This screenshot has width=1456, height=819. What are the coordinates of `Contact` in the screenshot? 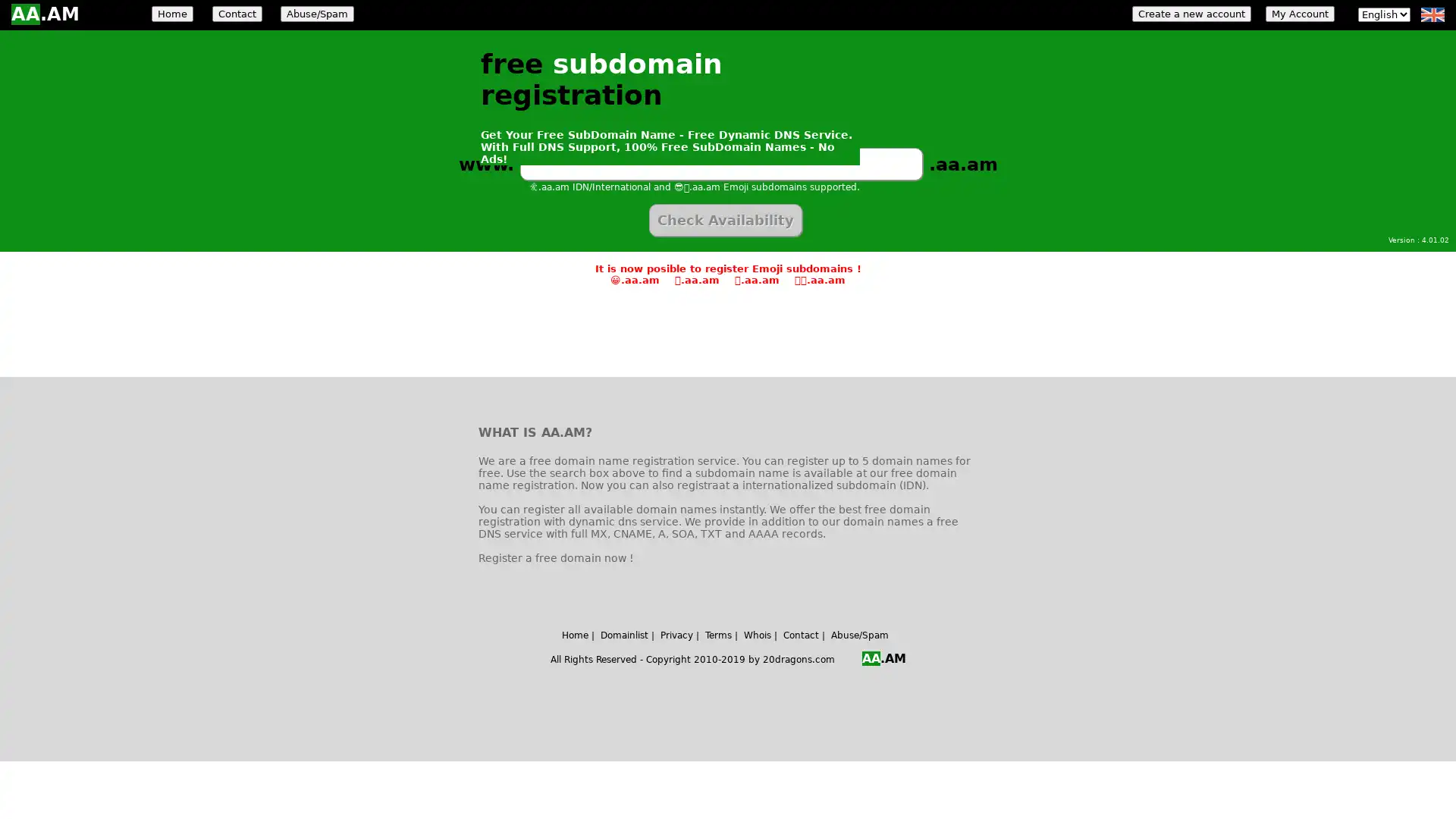 It's located at (236, 14).